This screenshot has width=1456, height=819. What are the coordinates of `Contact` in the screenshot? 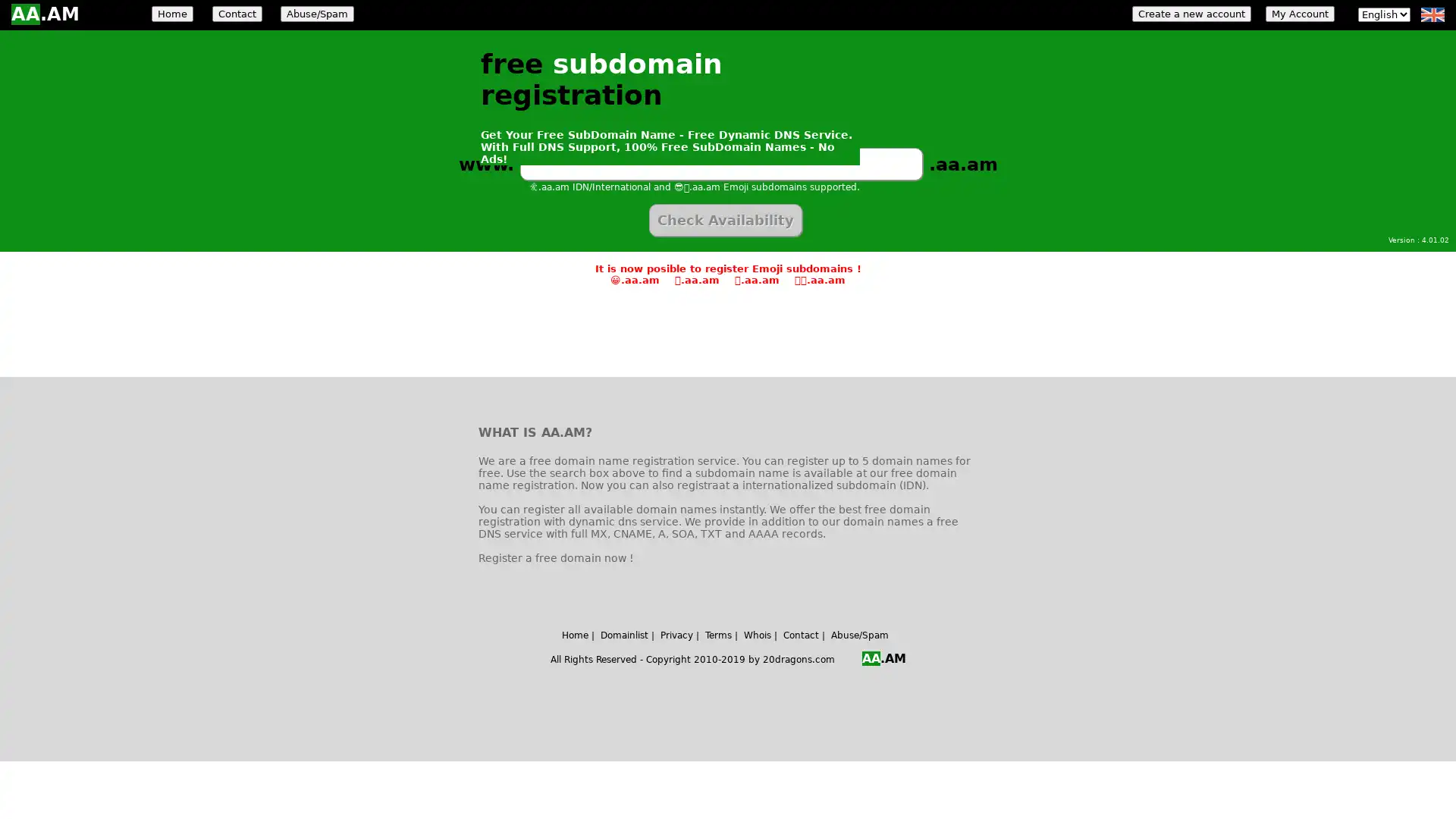 It's located at (236, 14).